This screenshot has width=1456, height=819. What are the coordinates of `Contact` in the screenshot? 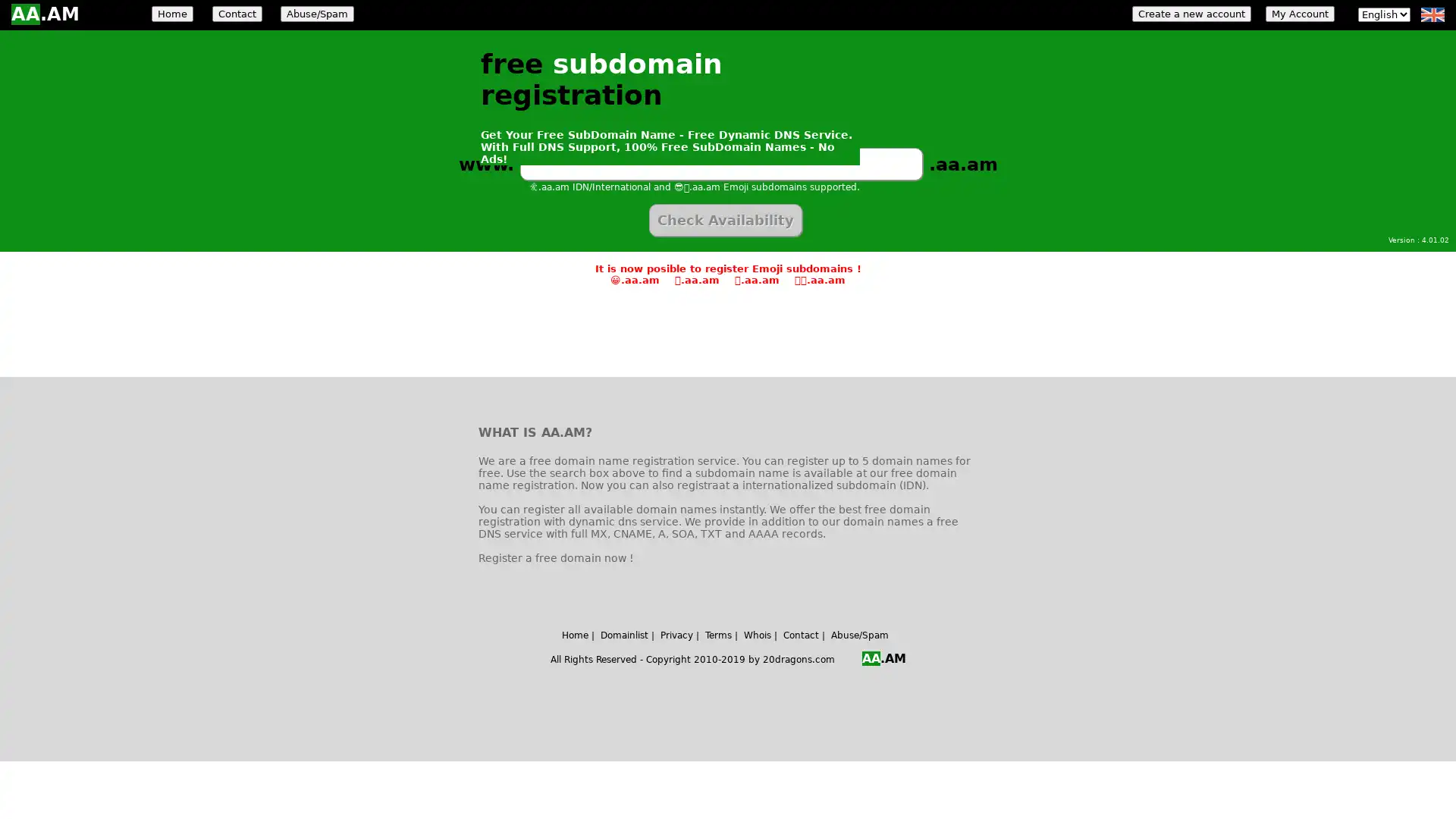 It's located at (236, 14).